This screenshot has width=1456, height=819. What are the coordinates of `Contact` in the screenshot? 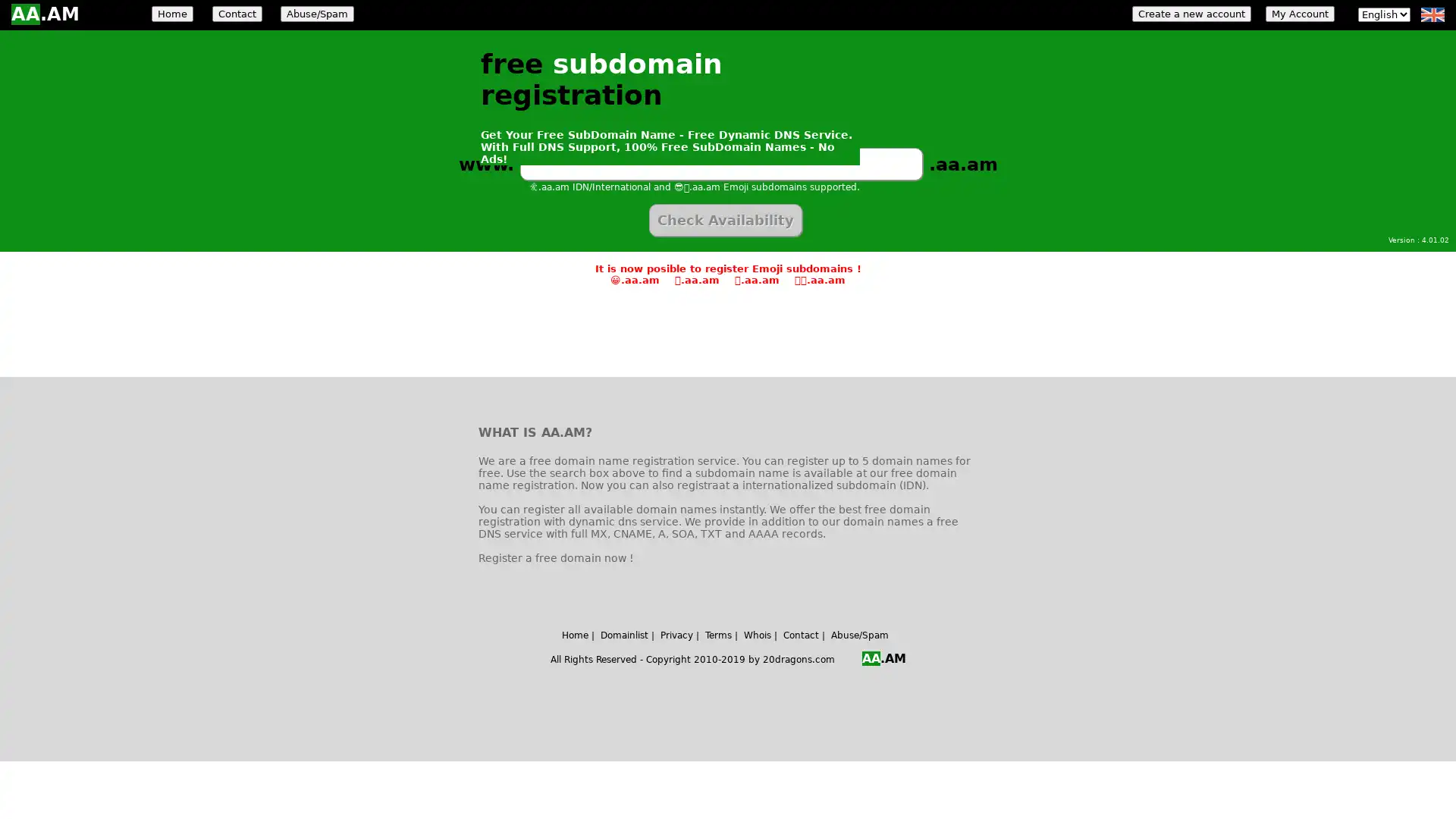 It's located at (236, 14).